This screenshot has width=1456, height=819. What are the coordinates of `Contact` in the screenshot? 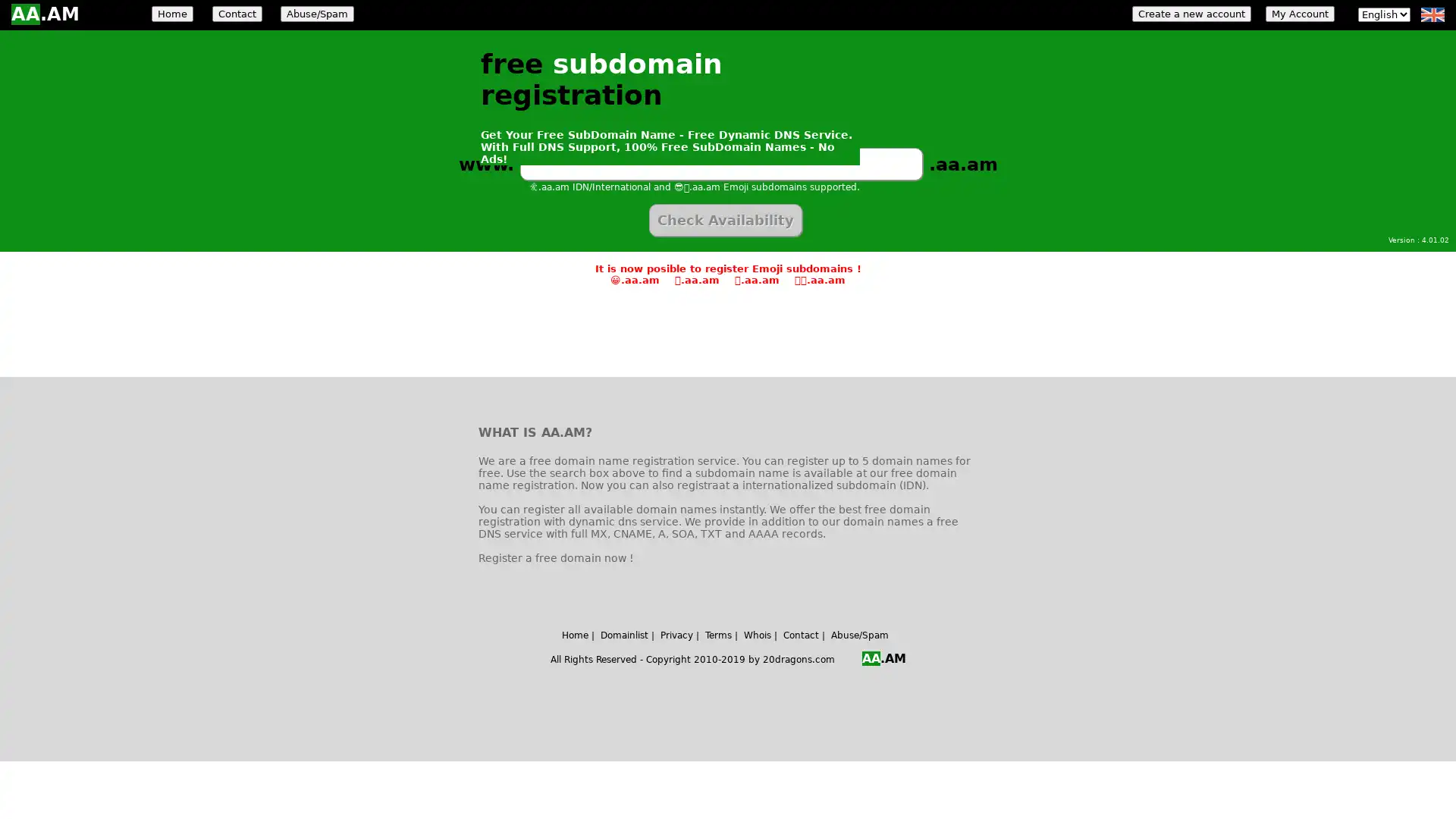 It's located at (236, 14).